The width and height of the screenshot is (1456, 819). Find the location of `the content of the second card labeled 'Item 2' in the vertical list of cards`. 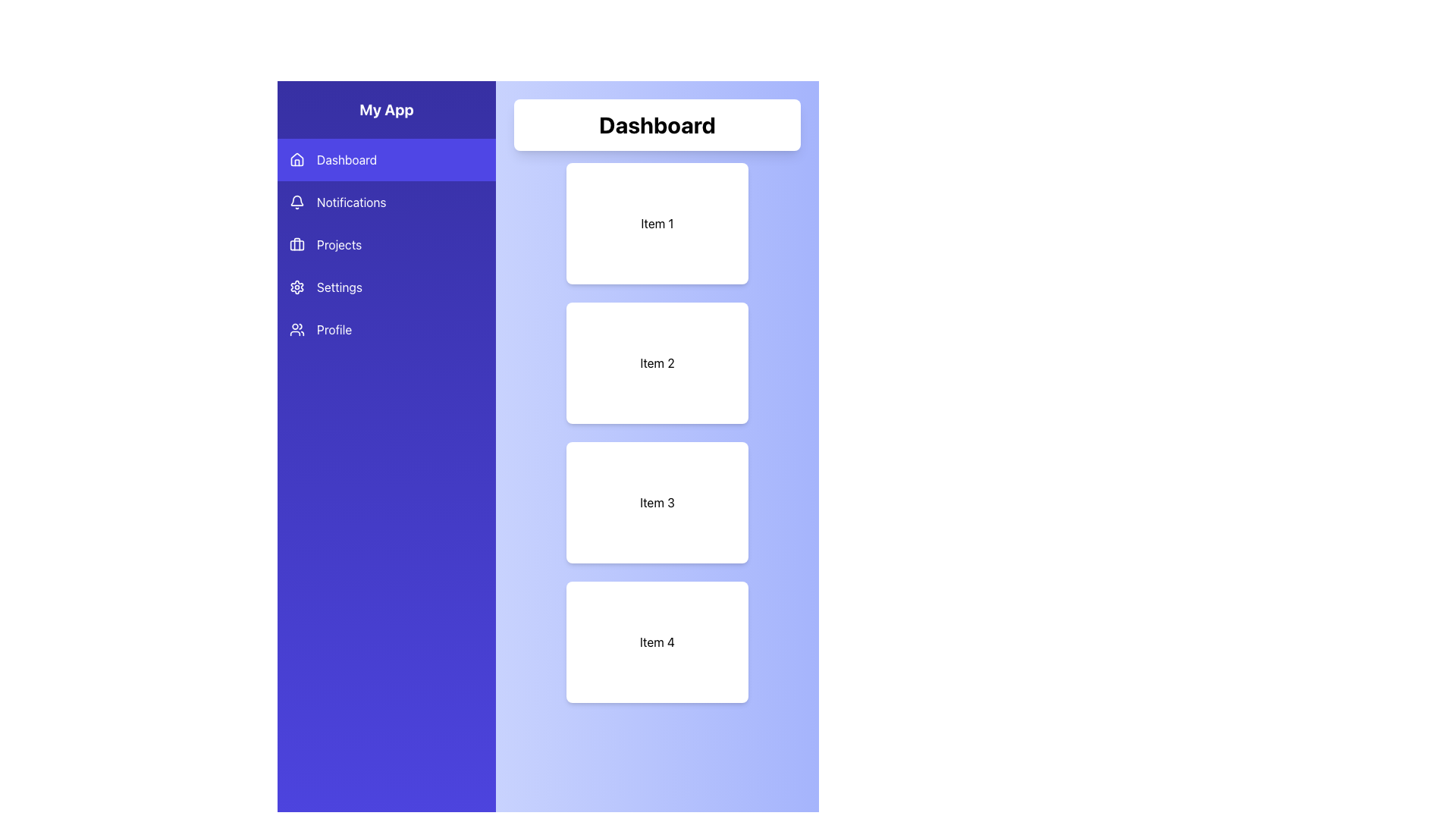

the content of the second card labeled 'Item 2' in the vertical list of cards is located at coordinates (657, 362).